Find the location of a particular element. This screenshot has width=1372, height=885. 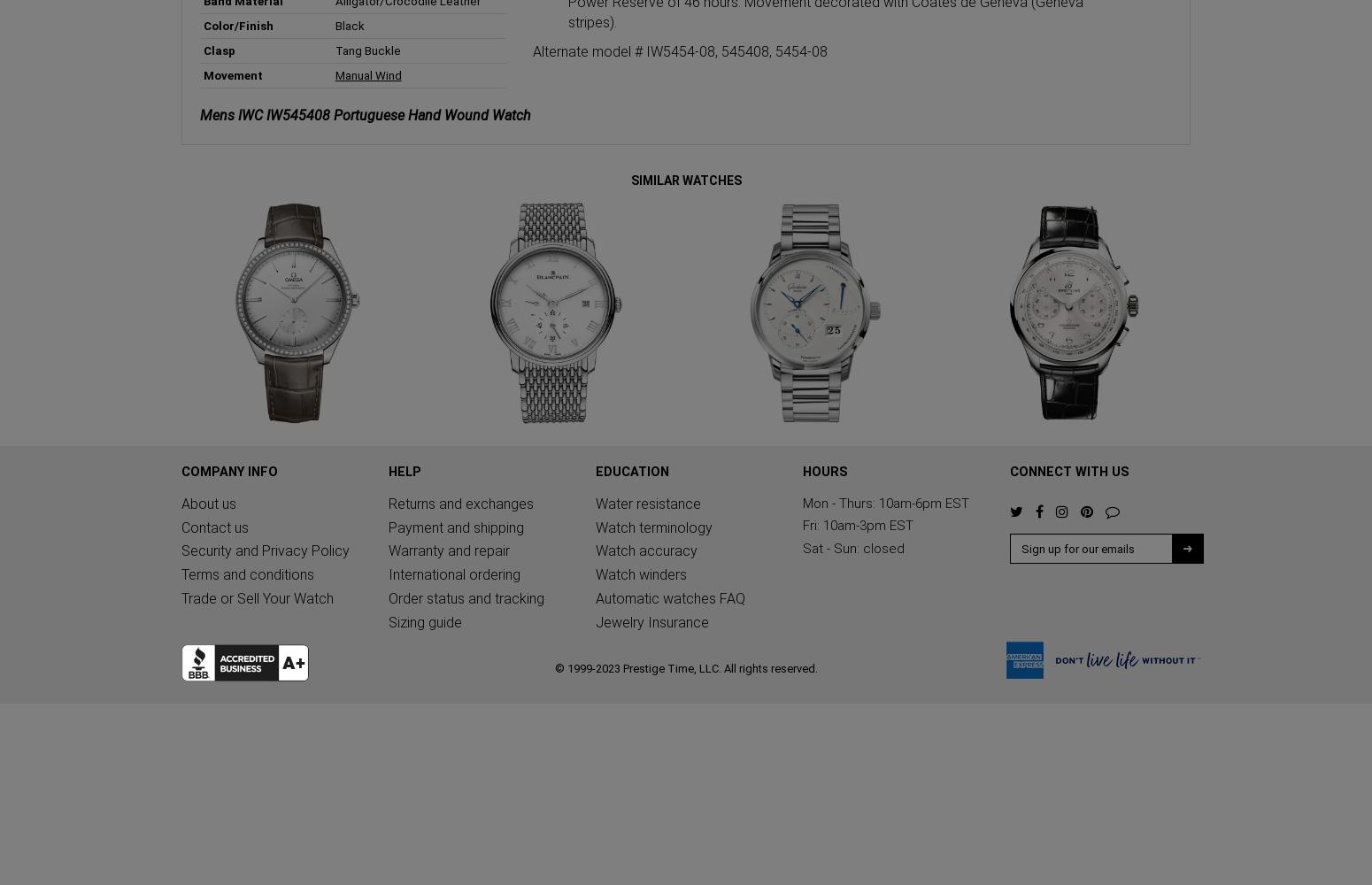

'Sizing guide' is located at coordinates (388, 621).